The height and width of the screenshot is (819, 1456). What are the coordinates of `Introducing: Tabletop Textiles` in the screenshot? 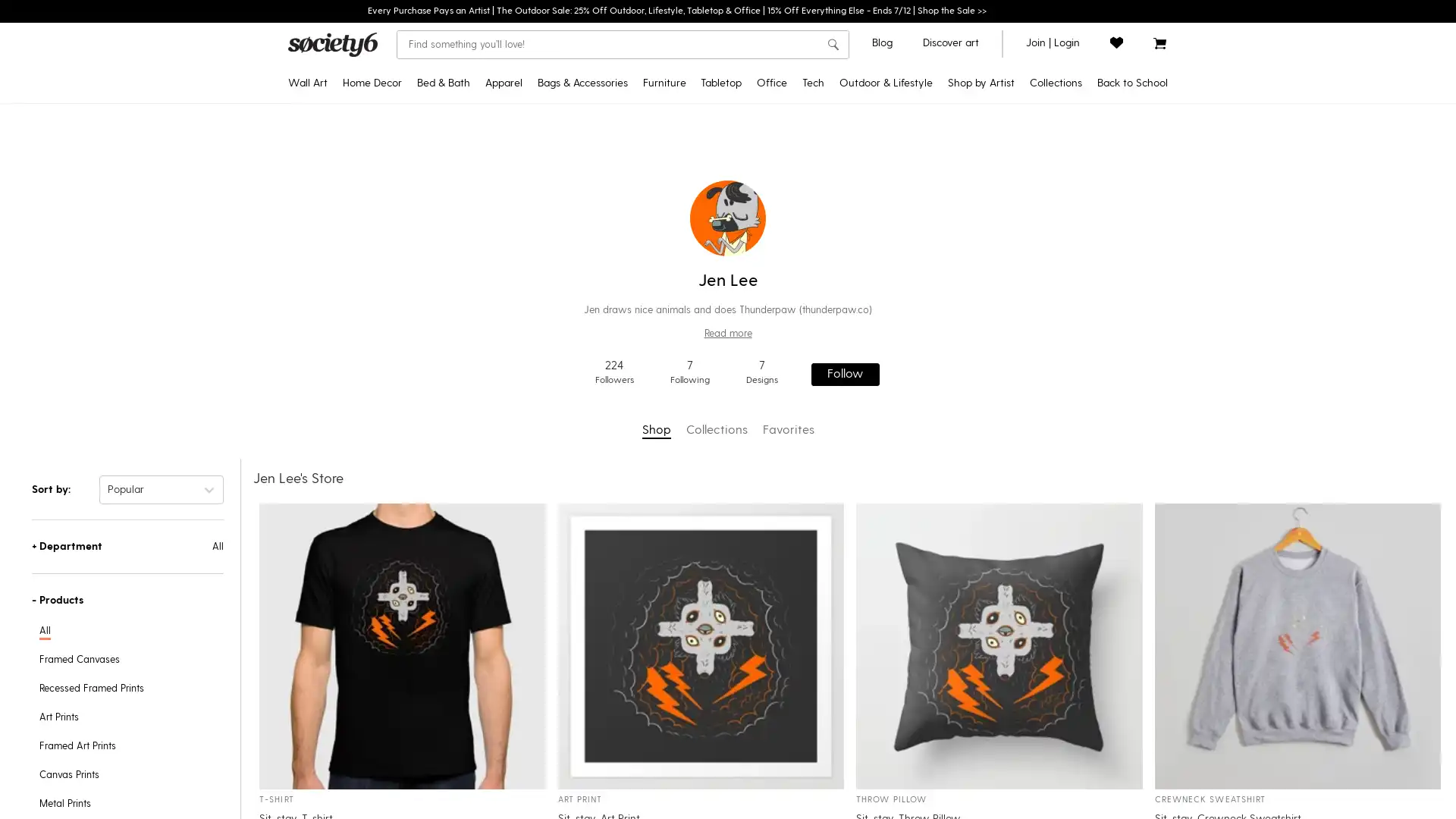 It's located at (999, 391).